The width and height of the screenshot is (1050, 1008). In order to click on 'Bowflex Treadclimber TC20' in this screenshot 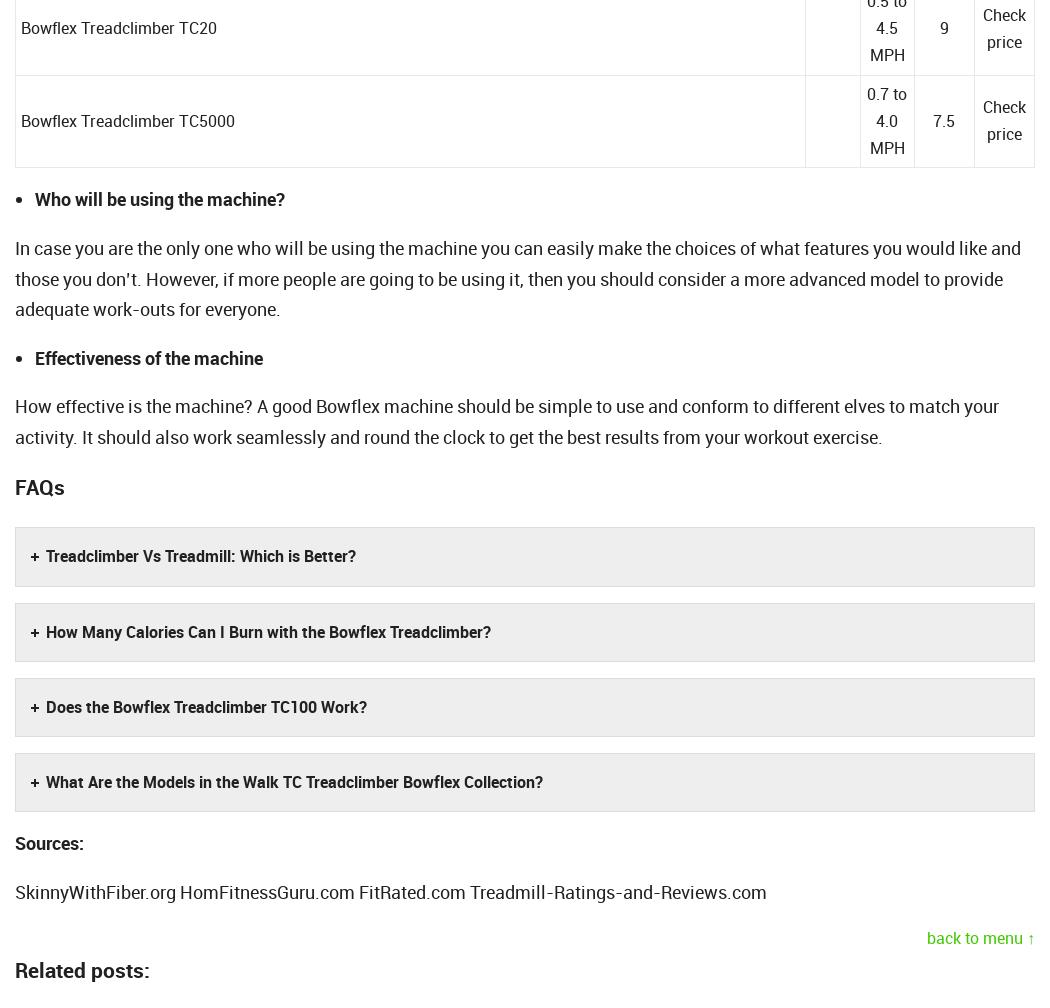, I will do `click(21, 28)`.